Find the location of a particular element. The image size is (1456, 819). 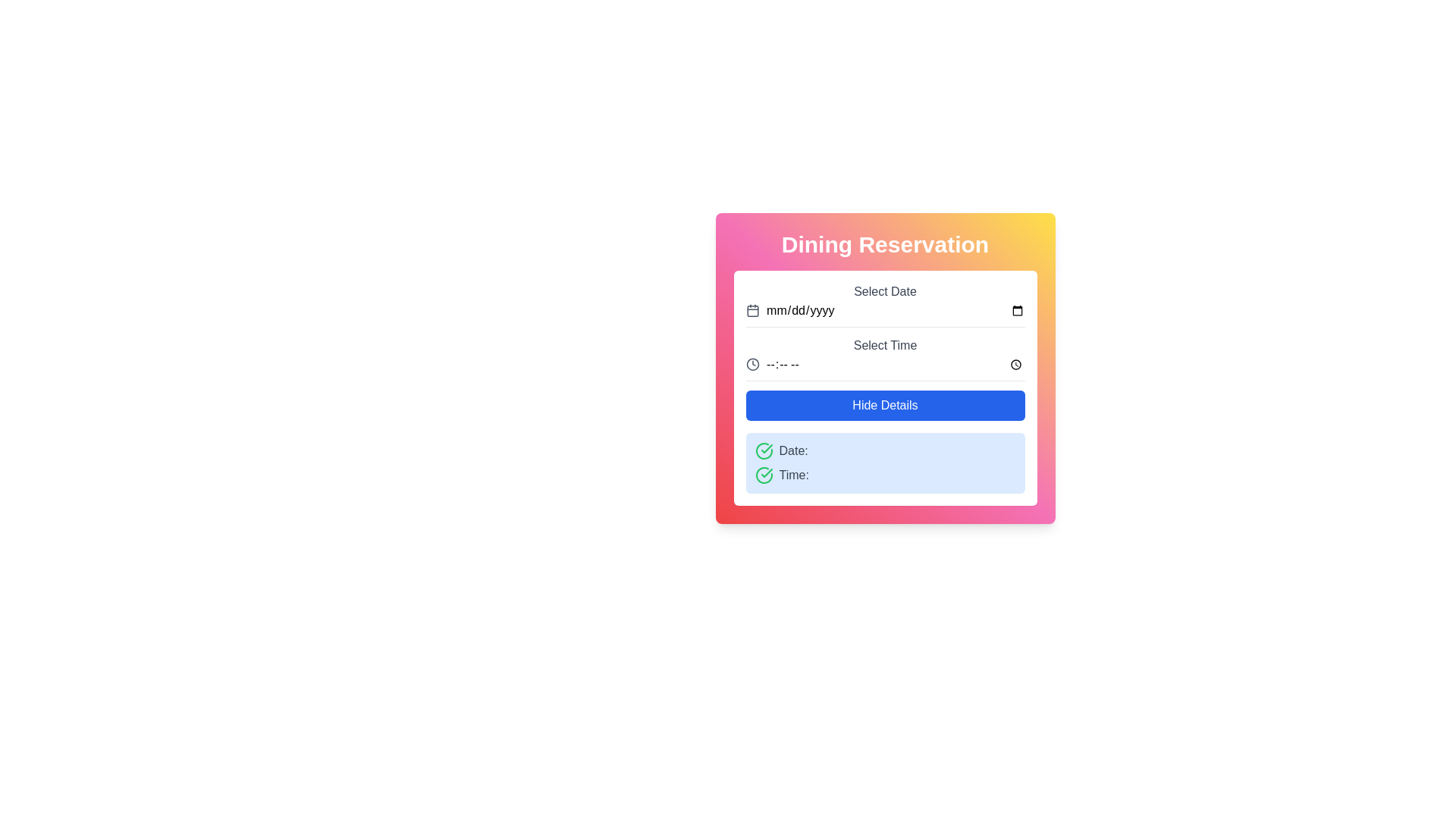

the input field associated with the time label located under 'Select Date' in the 'Dining Reservation' section is located at coordinates (885, 345).